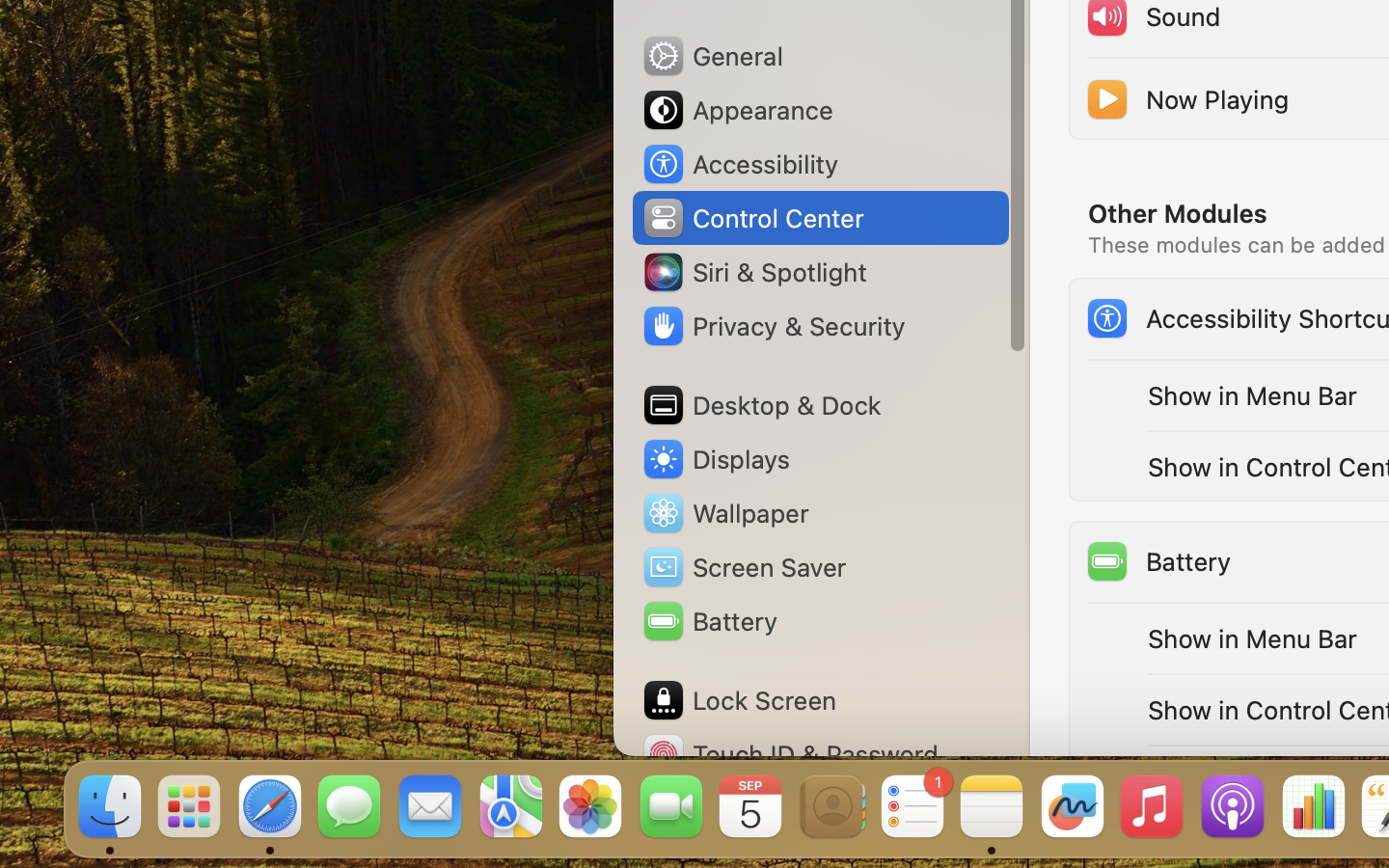 This screenshot has width=1389, height=868. I want to click on 'Wallpaper', so click(722, 511).